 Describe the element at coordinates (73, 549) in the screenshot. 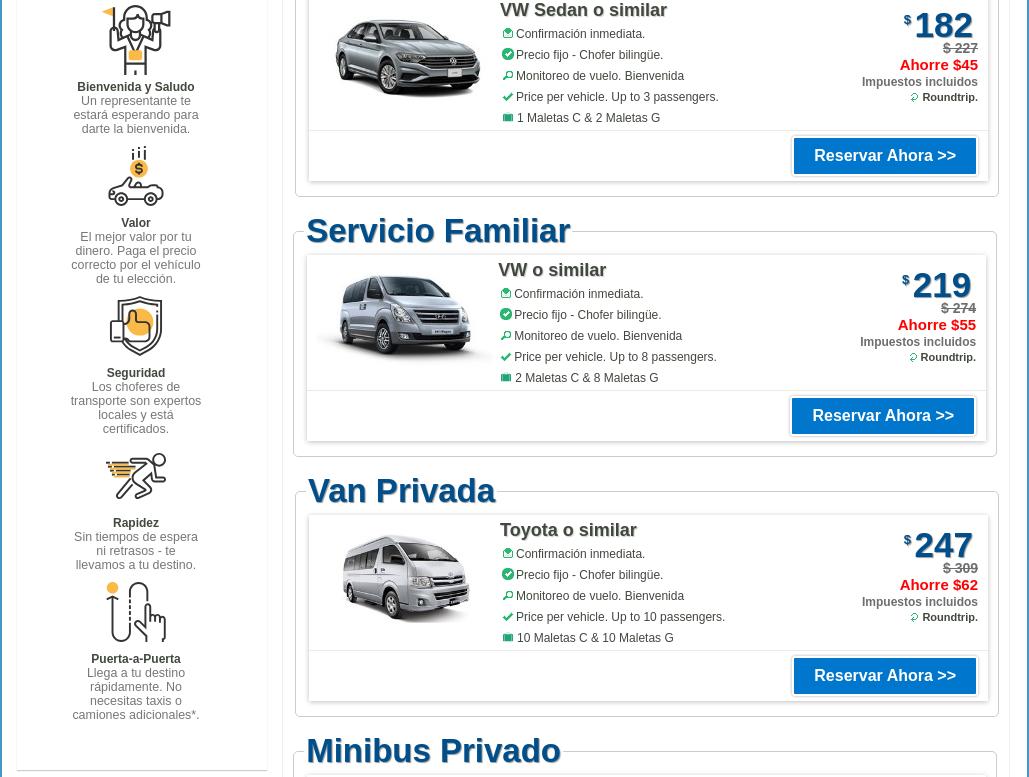

I see `'Sin tiempos de espera ni retrasos - te llevamos a tu destino.'` at that location.